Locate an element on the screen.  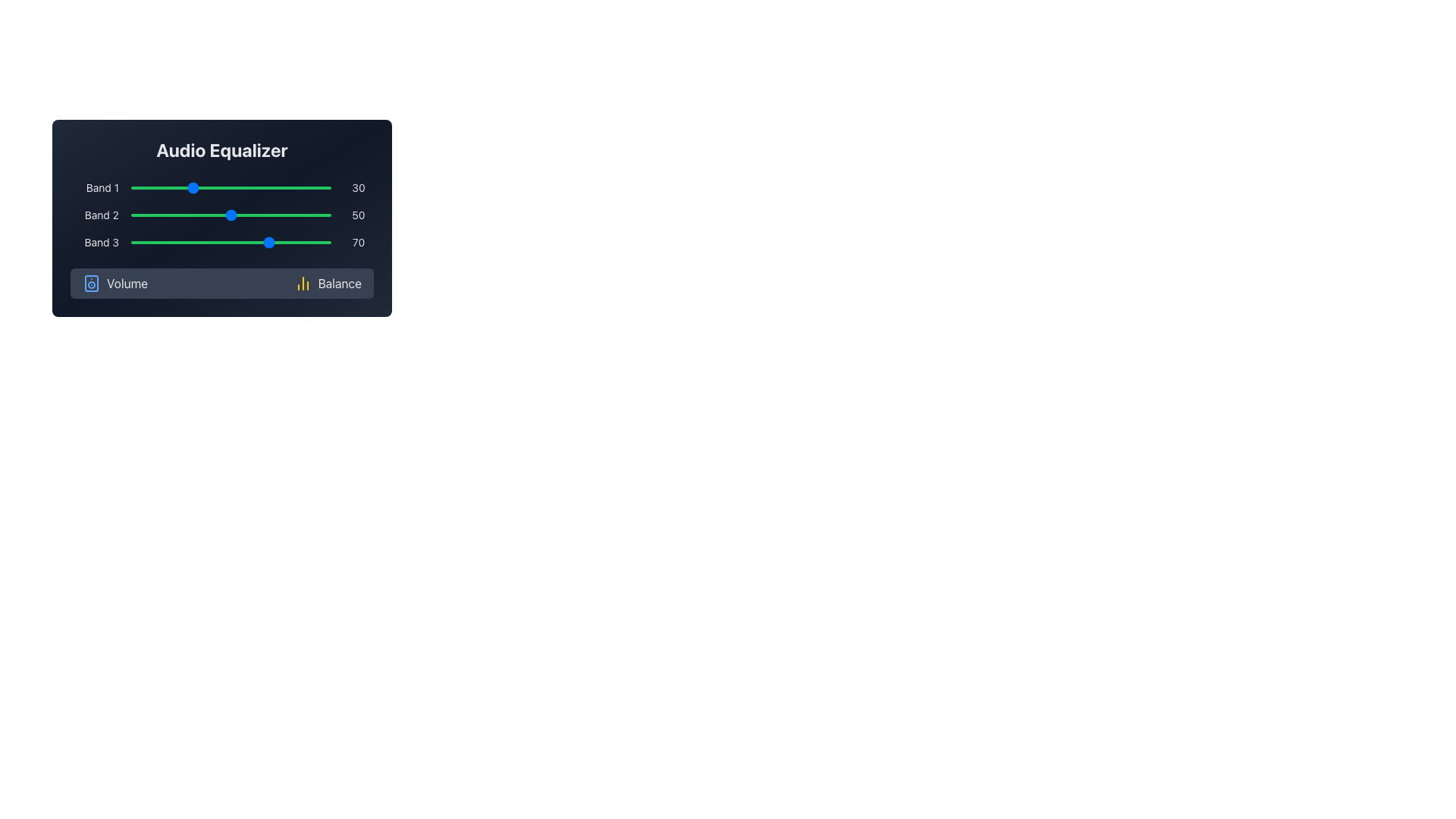
the volume icon which is a rectangular graphic with rounded corners located within the speaker icon, central to the speaker icon and below its upper decorative detail is located at coordinates (90, 284).